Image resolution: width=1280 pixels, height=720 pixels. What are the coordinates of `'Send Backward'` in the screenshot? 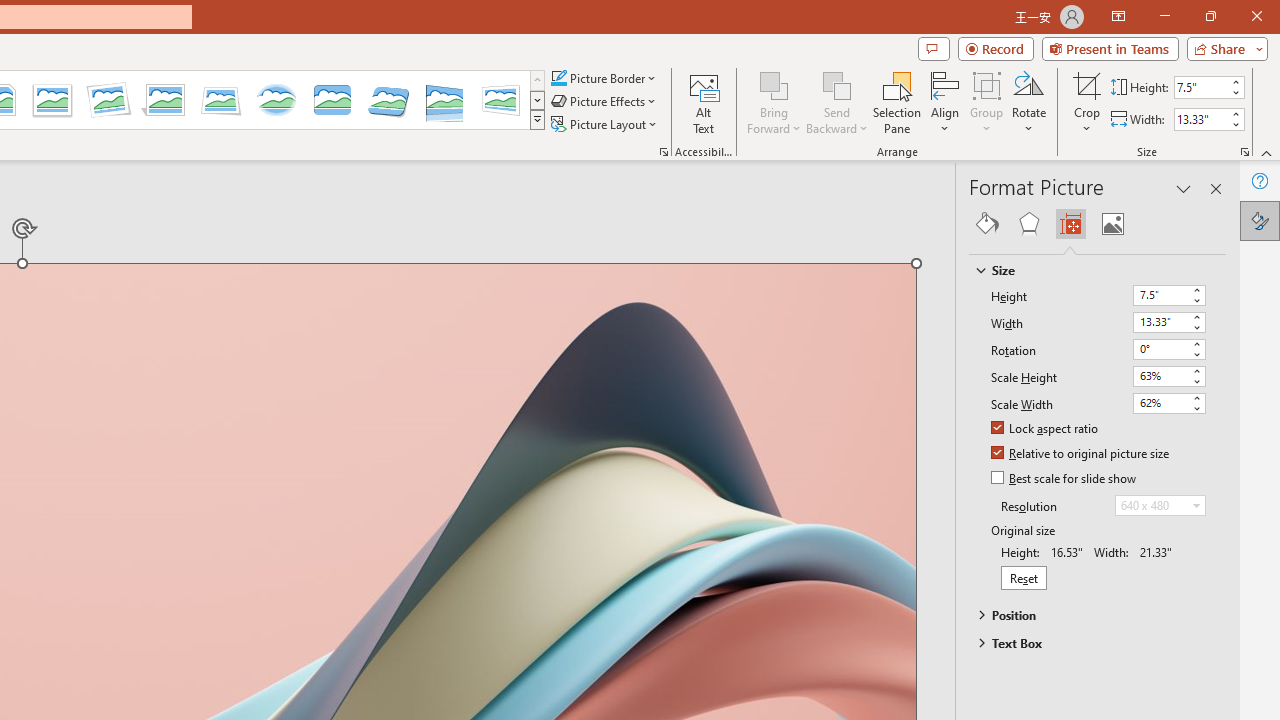 It's located at (837, 103).